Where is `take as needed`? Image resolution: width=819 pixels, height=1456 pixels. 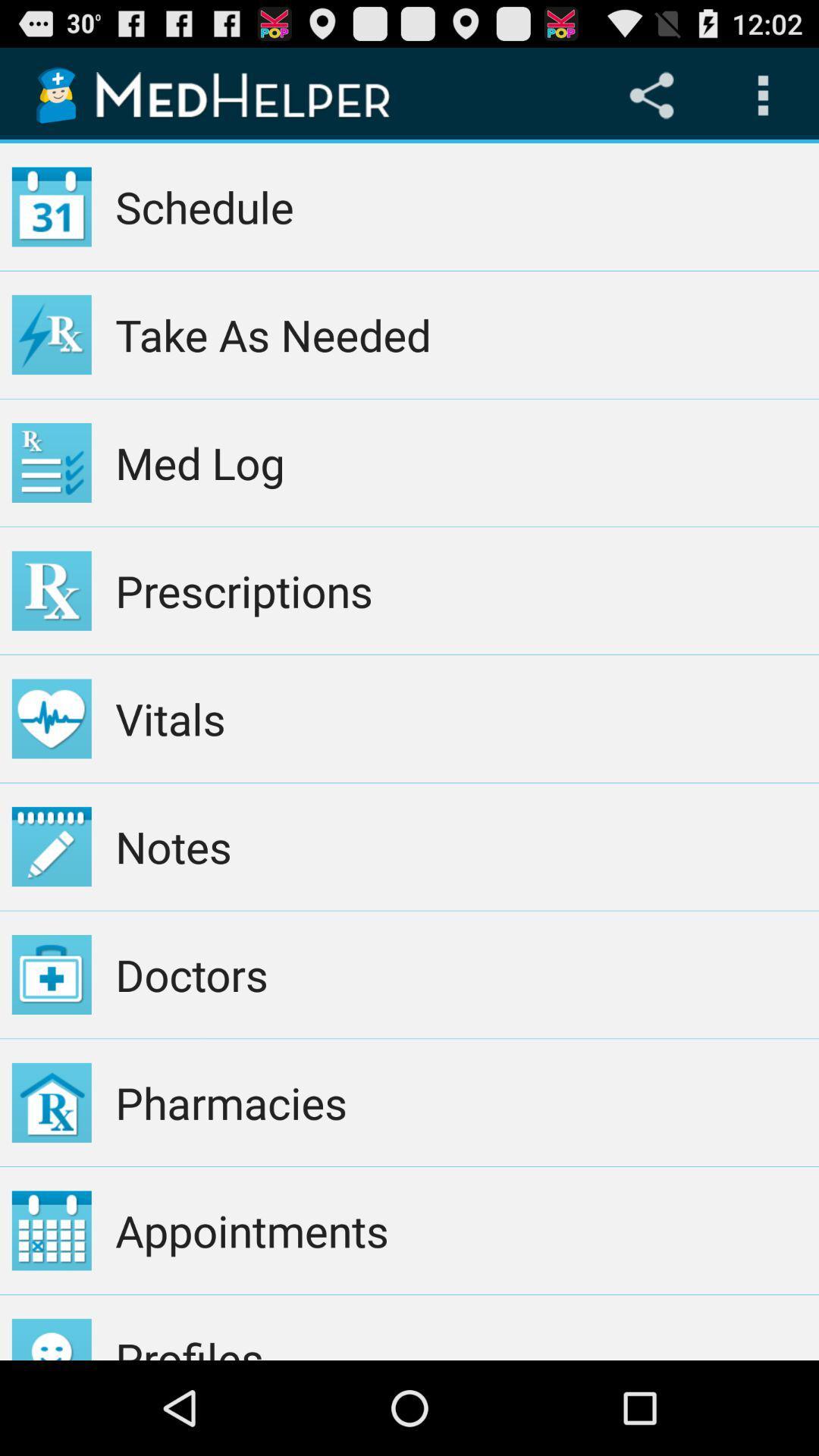 take as needed is located at coordinates (460, 334).